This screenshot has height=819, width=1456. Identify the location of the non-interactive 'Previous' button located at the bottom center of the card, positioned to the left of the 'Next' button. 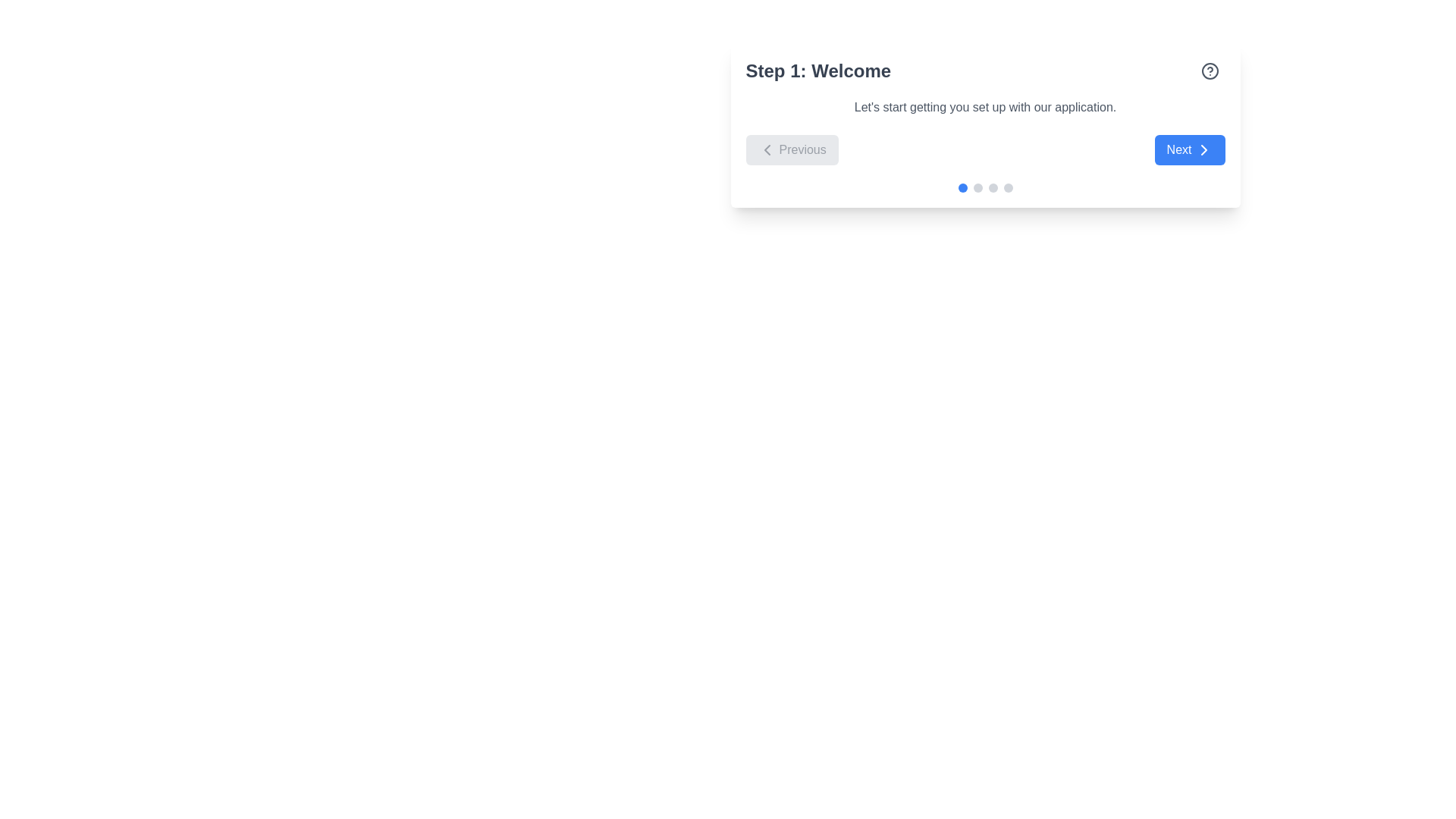
(791, 149).